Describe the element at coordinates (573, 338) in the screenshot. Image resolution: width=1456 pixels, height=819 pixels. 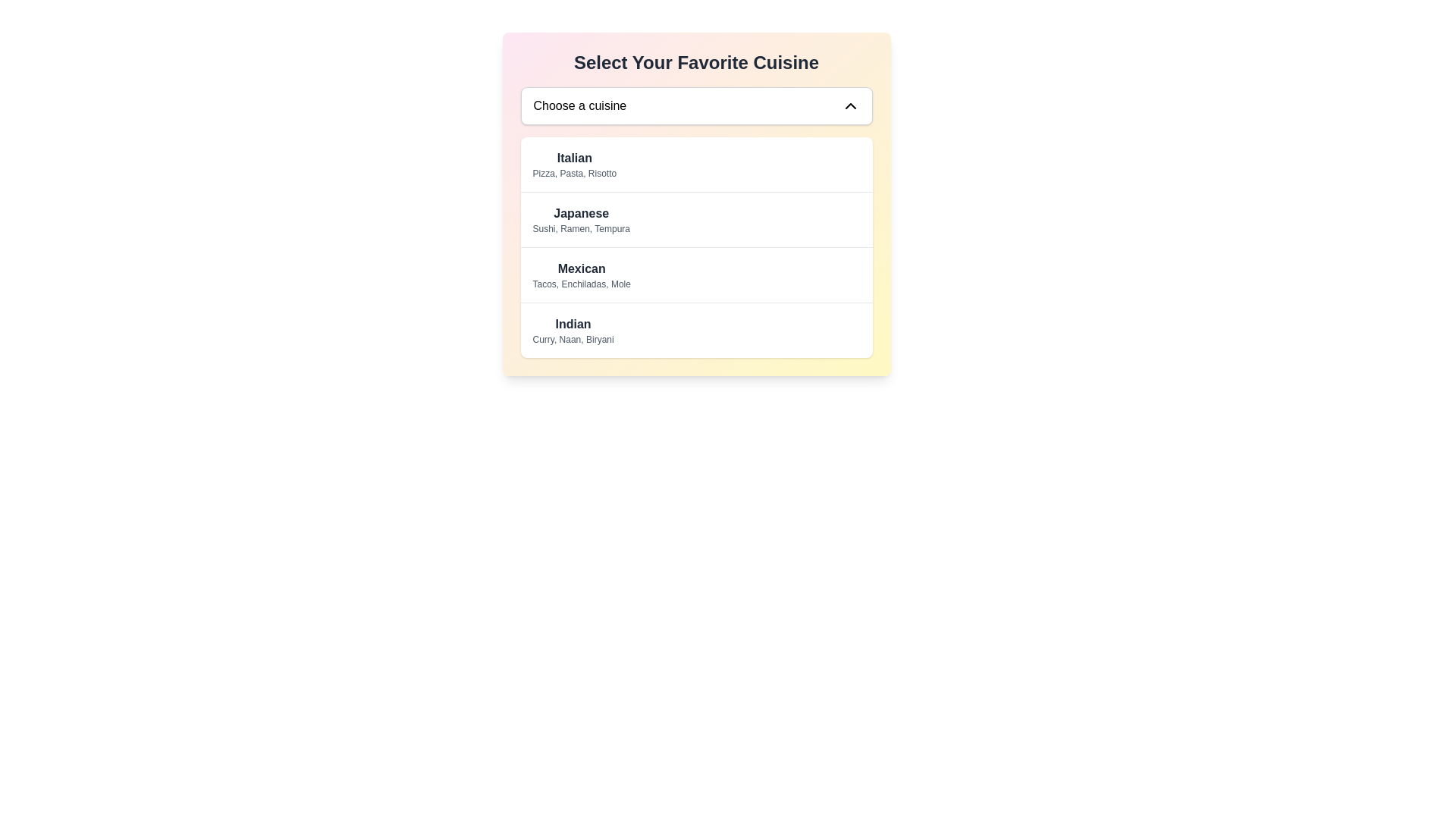
I see `the small, gray text label stating 'Curry, Naan, Biryani', which is positioned immediately beneath the bold label 'Indian' in the dropdown menu` at that location.